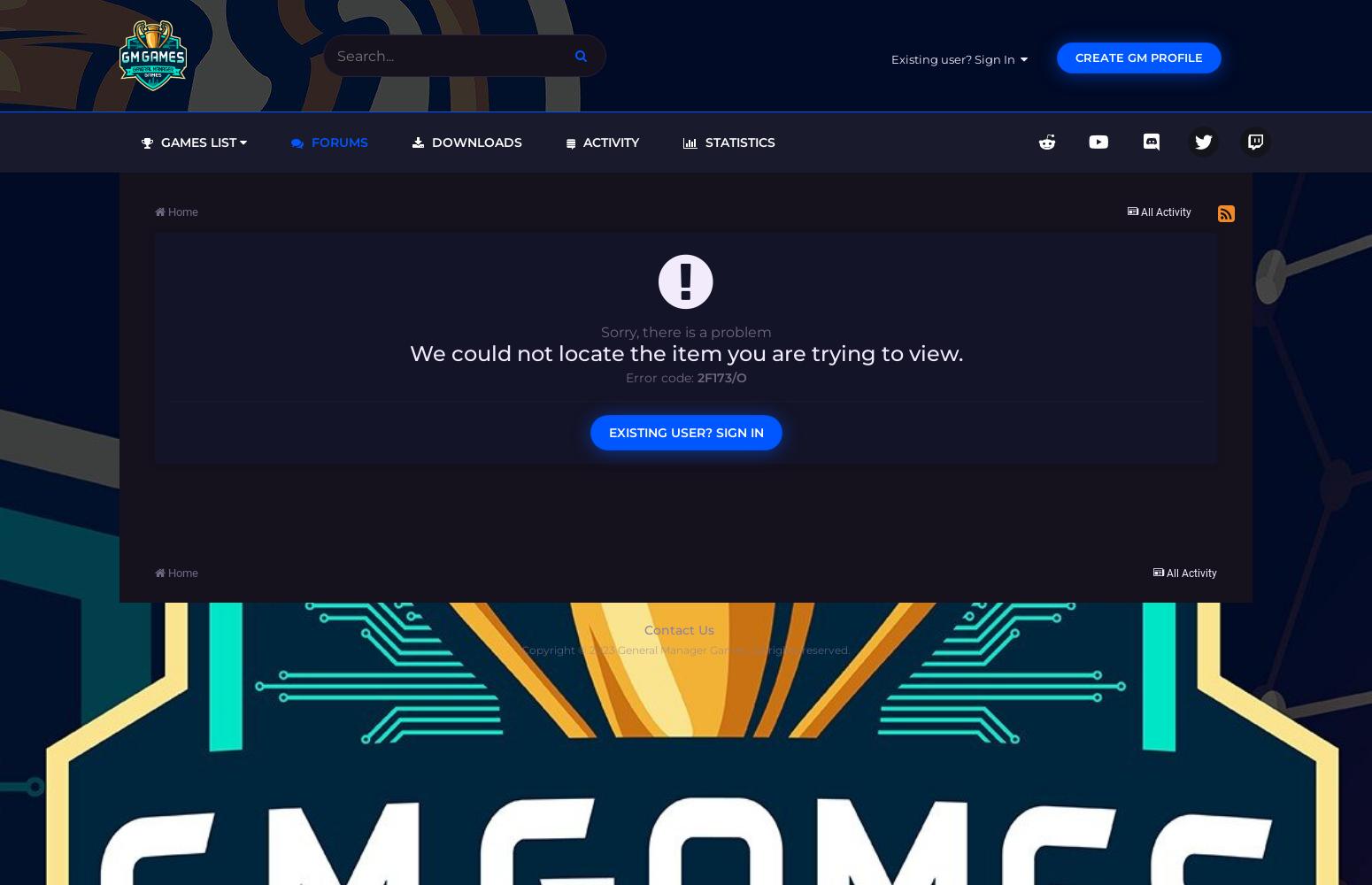 Image resolution: width=1372 pixels, height=885 pixels. What do you see at coordinates (156, 142) in the screenshot?
I see `'Games List'` at bounding box center [156, 142].